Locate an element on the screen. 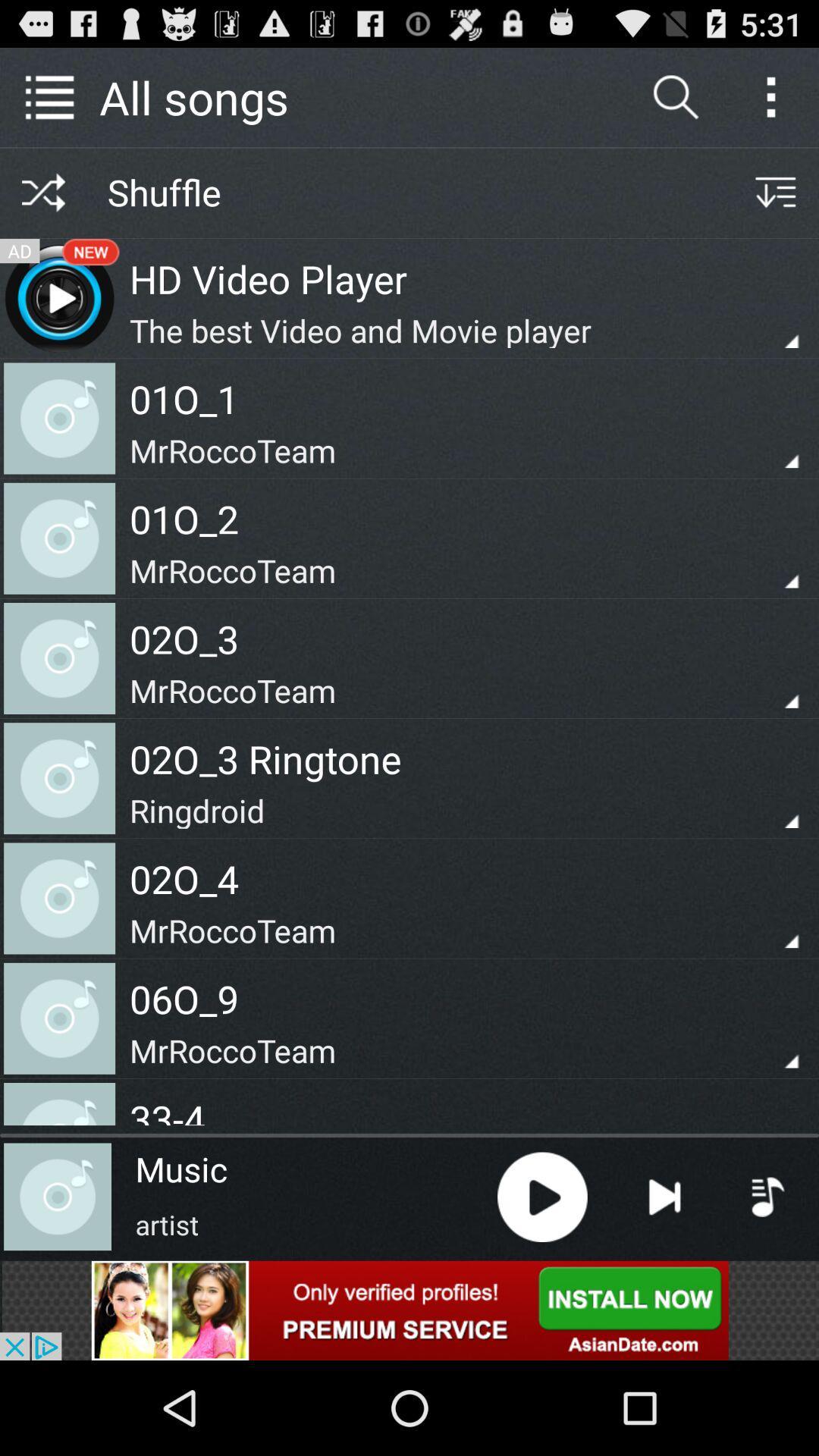  the skip_next icon is located at coordinates (664, 1280).